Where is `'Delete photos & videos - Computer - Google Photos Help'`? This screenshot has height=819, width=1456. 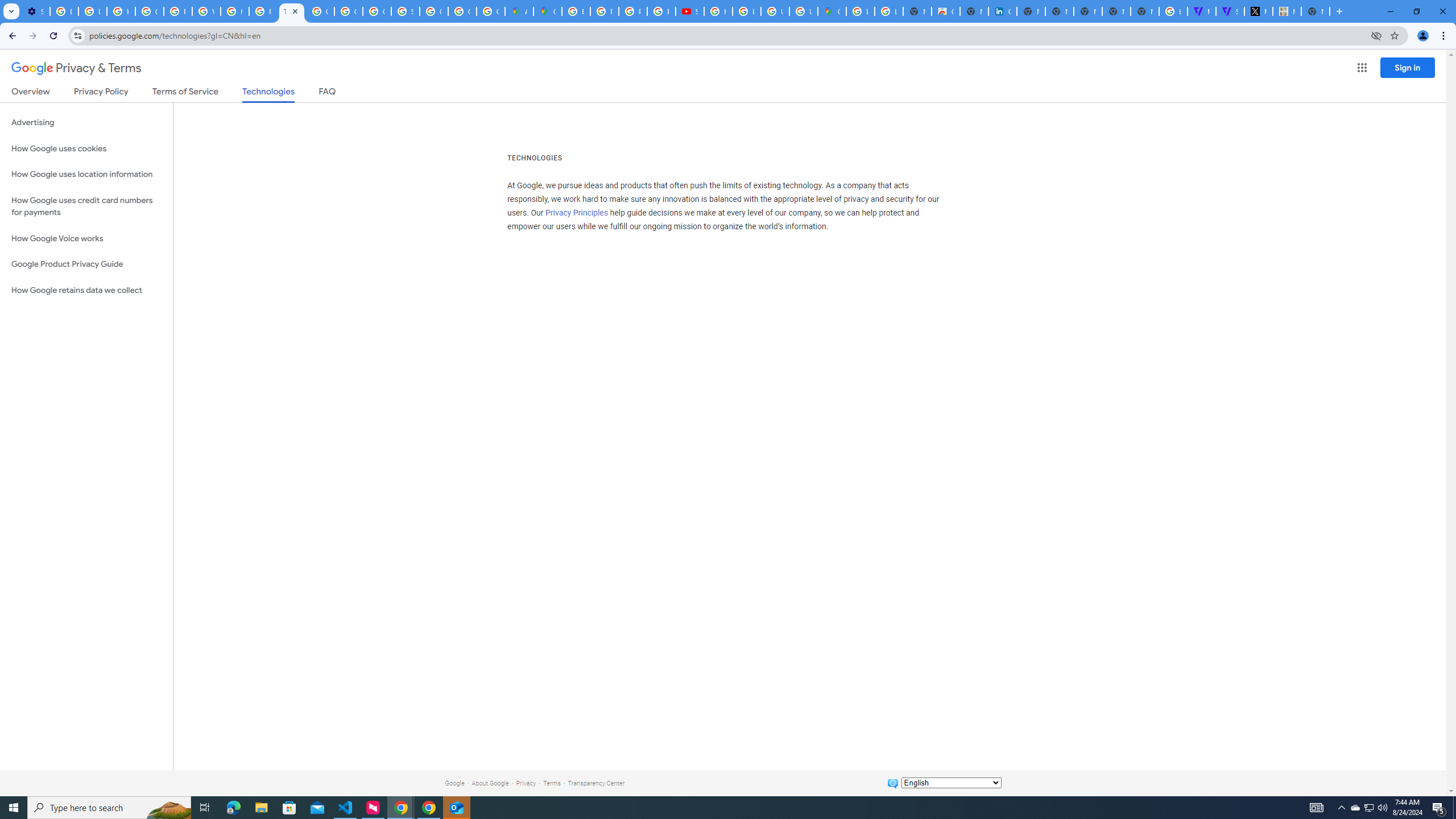 'Delete photos & videos - Computer - Google Photos Help' is located at coordinates (63, 11).